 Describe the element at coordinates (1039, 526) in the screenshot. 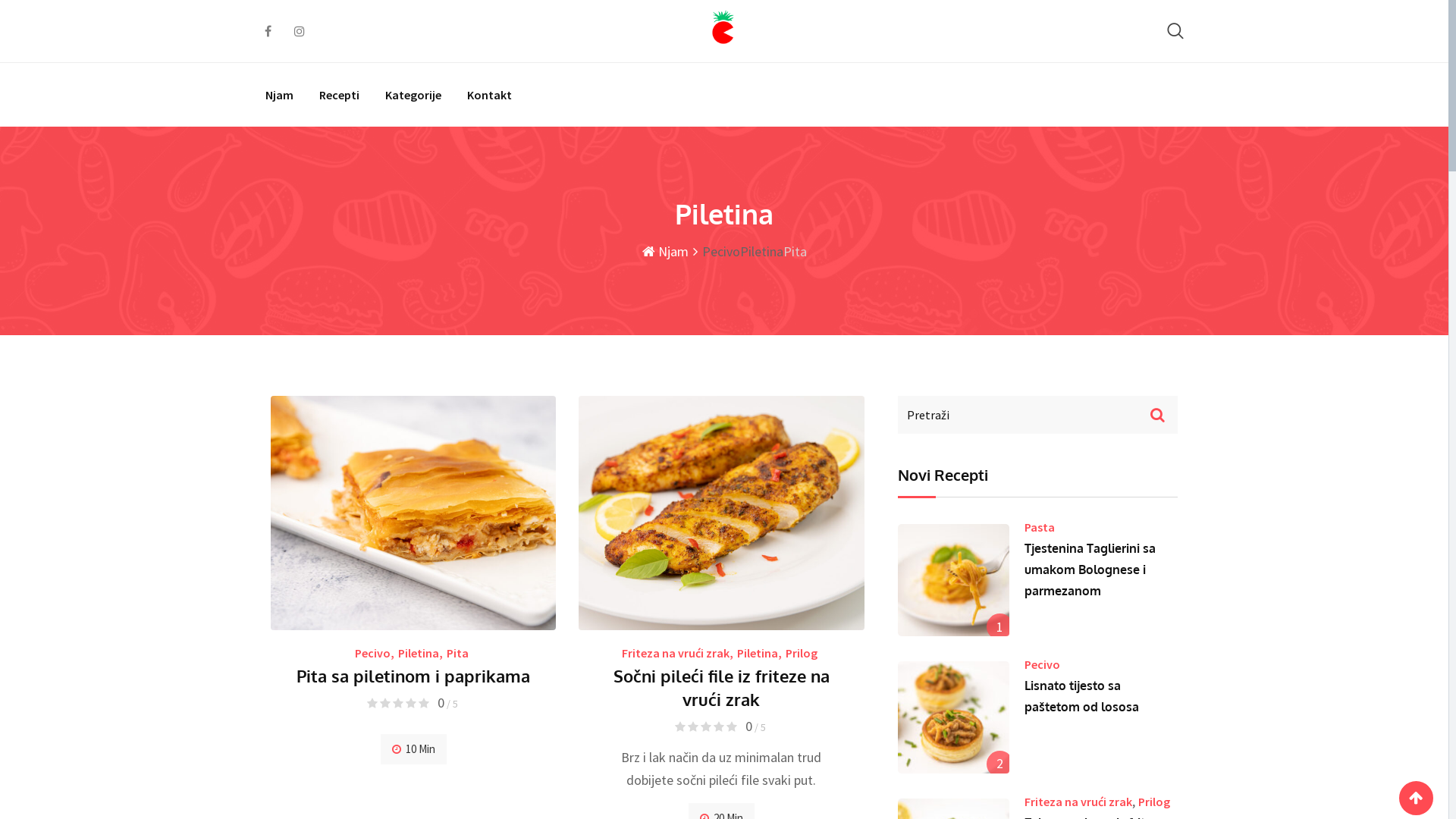

I see `'Pasta'` at that location.